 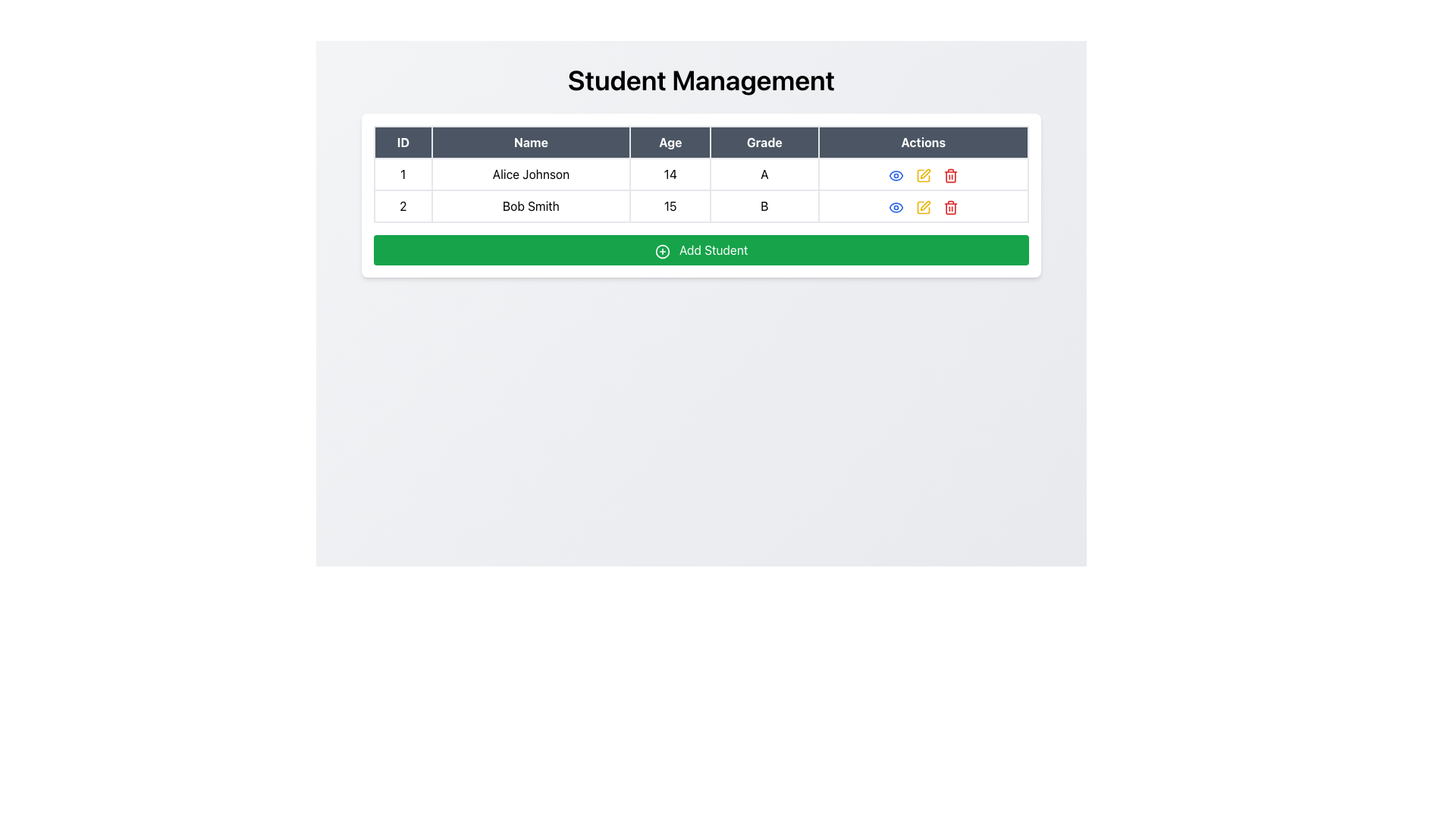 What do you see at coordinates (403, 206) in the screenshot?
I see `numeric text '2' displayed in the ID column of the table row for 'Bob Smith'` at bounding box center [403, 206].